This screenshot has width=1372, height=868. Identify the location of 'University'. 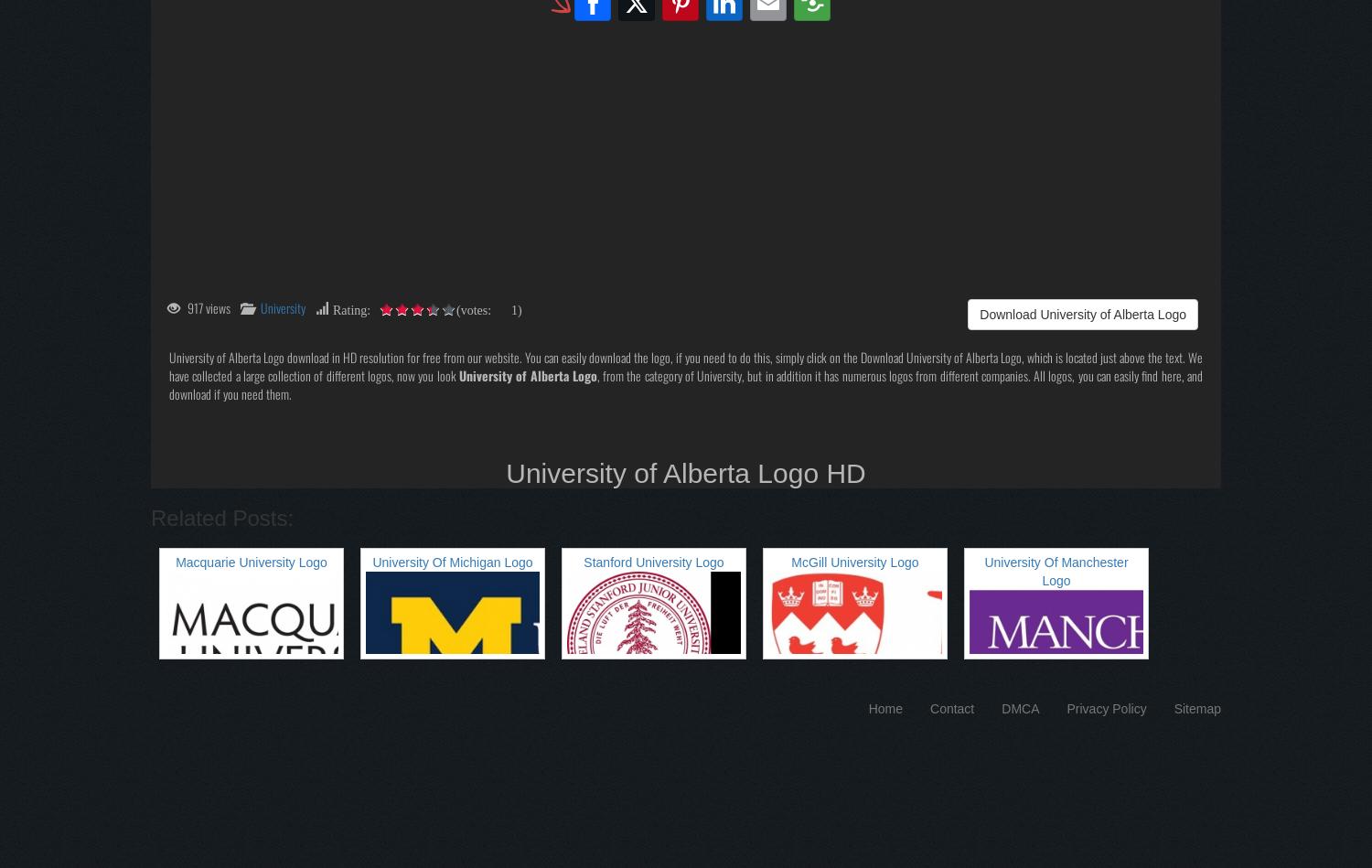
(283, 306).